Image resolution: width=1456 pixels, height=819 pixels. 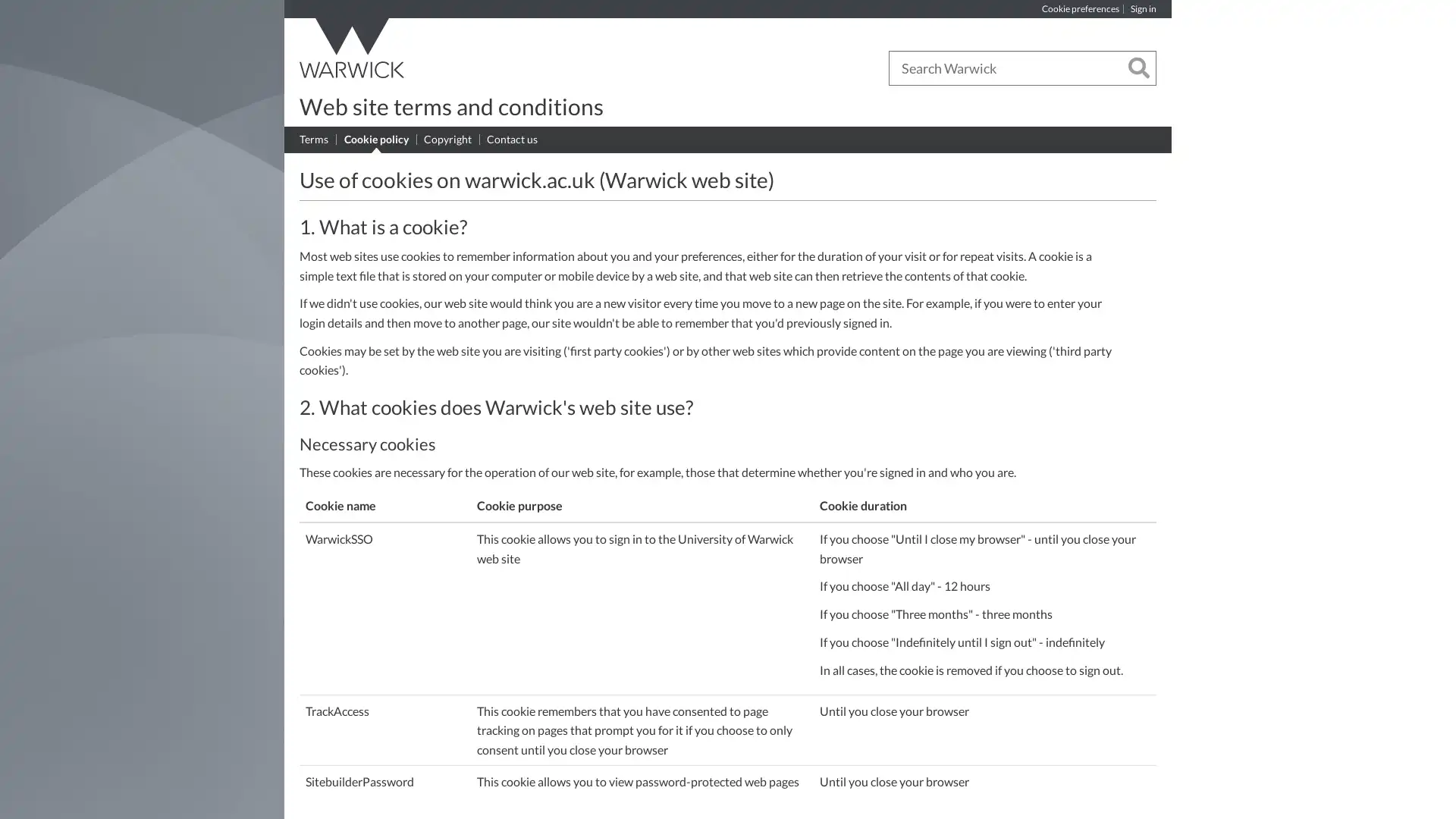 I want to click on Search, so click(x=1138, y=69).